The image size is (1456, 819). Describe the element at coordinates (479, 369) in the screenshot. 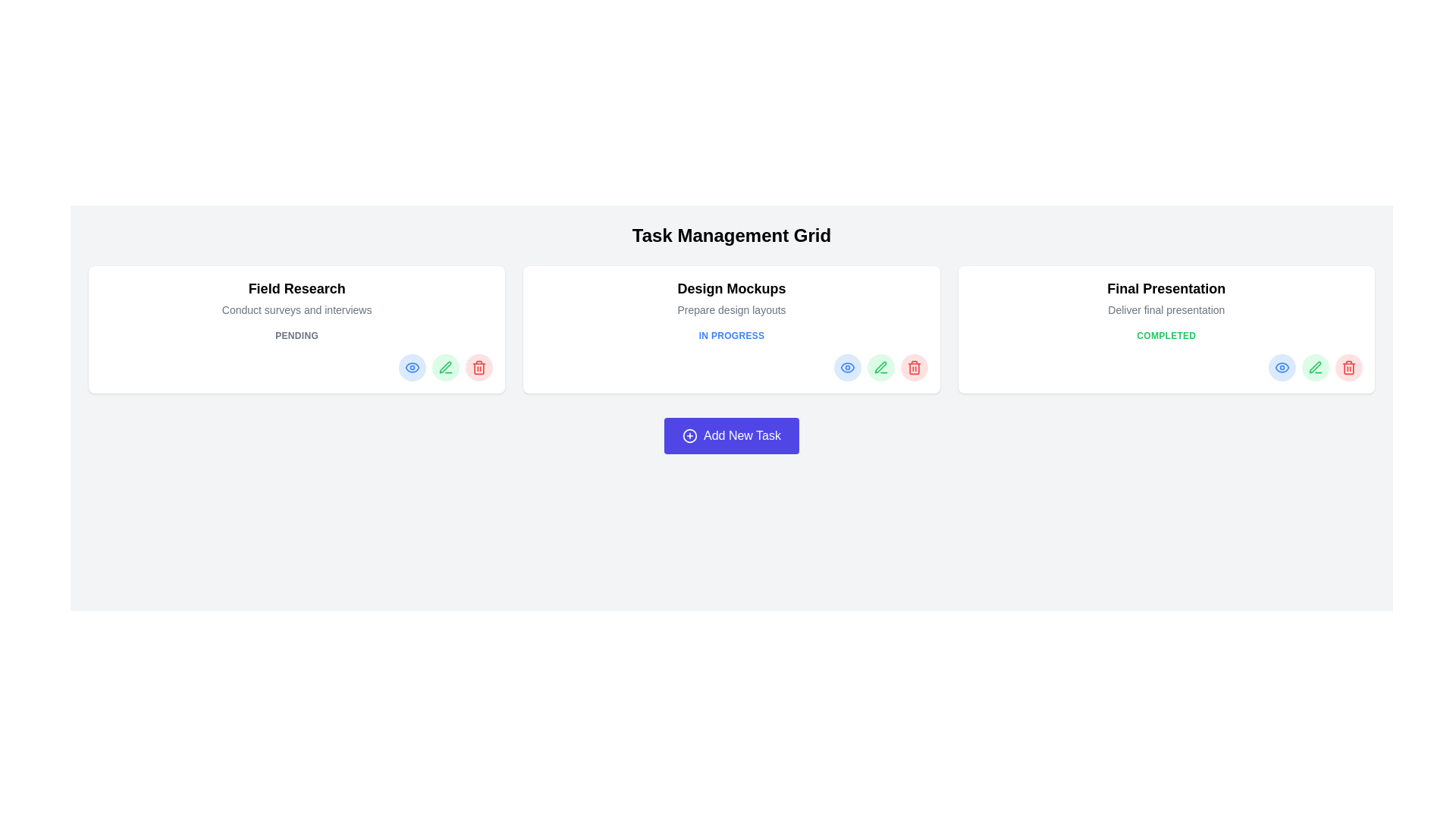

I see `the red trash bin icon located in the 'Field Research' card` at that location.